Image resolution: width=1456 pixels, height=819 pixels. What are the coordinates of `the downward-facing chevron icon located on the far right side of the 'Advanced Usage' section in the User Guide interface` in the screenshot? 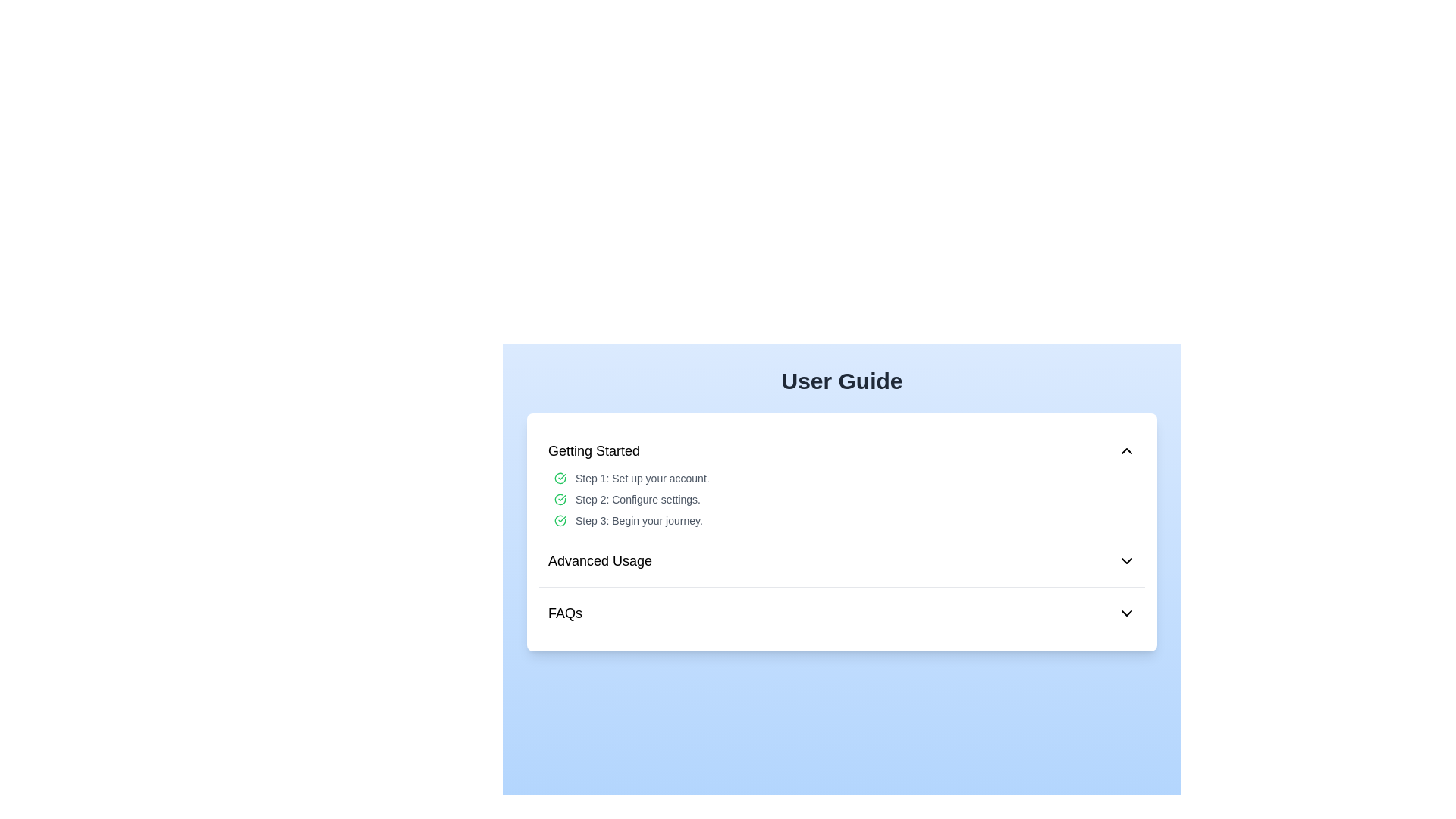 It's located at (1127, 561).